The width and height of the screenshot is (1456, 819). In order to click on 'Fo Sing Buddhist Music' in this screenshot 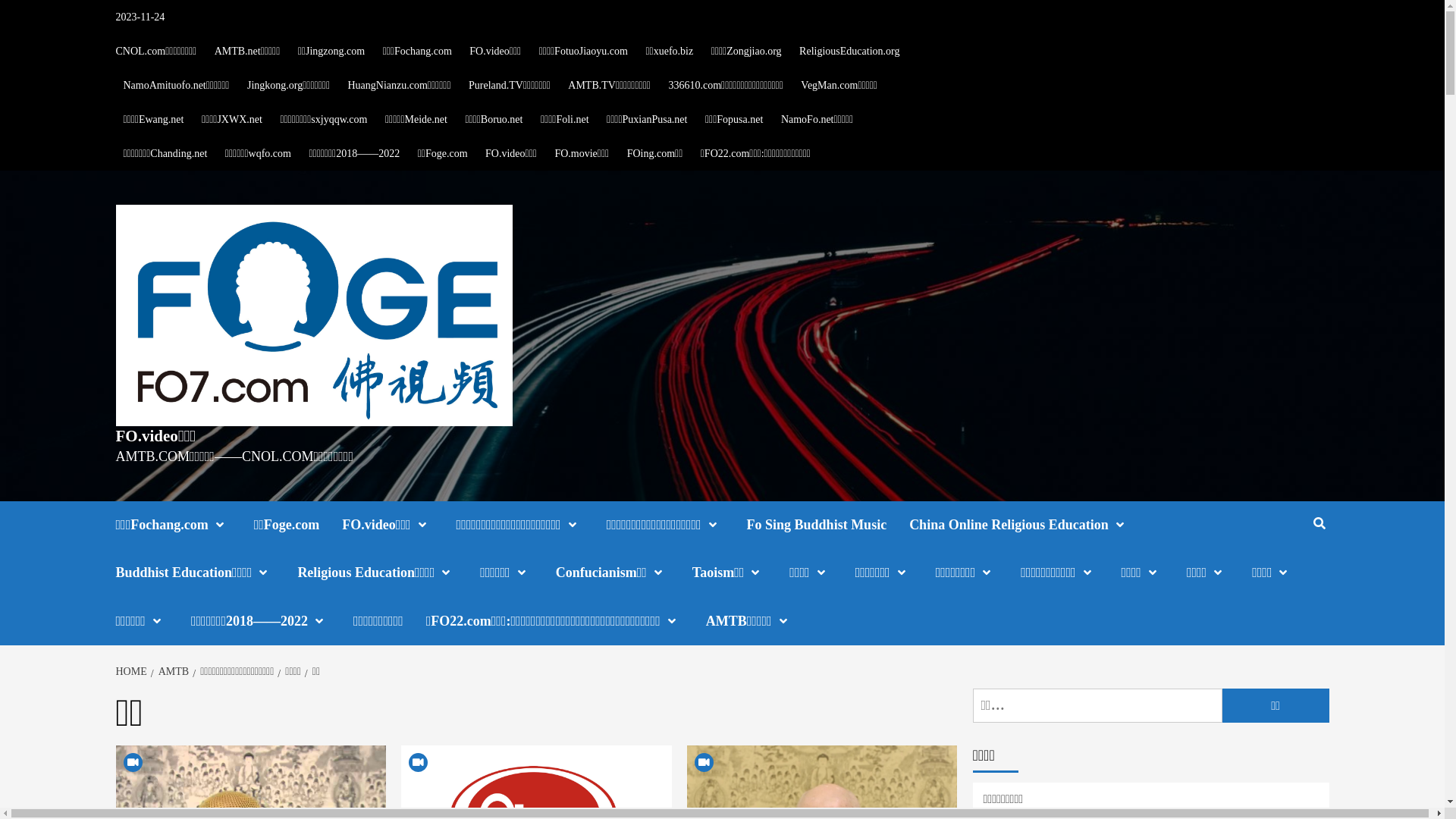, I will do `click(746, 524)`.